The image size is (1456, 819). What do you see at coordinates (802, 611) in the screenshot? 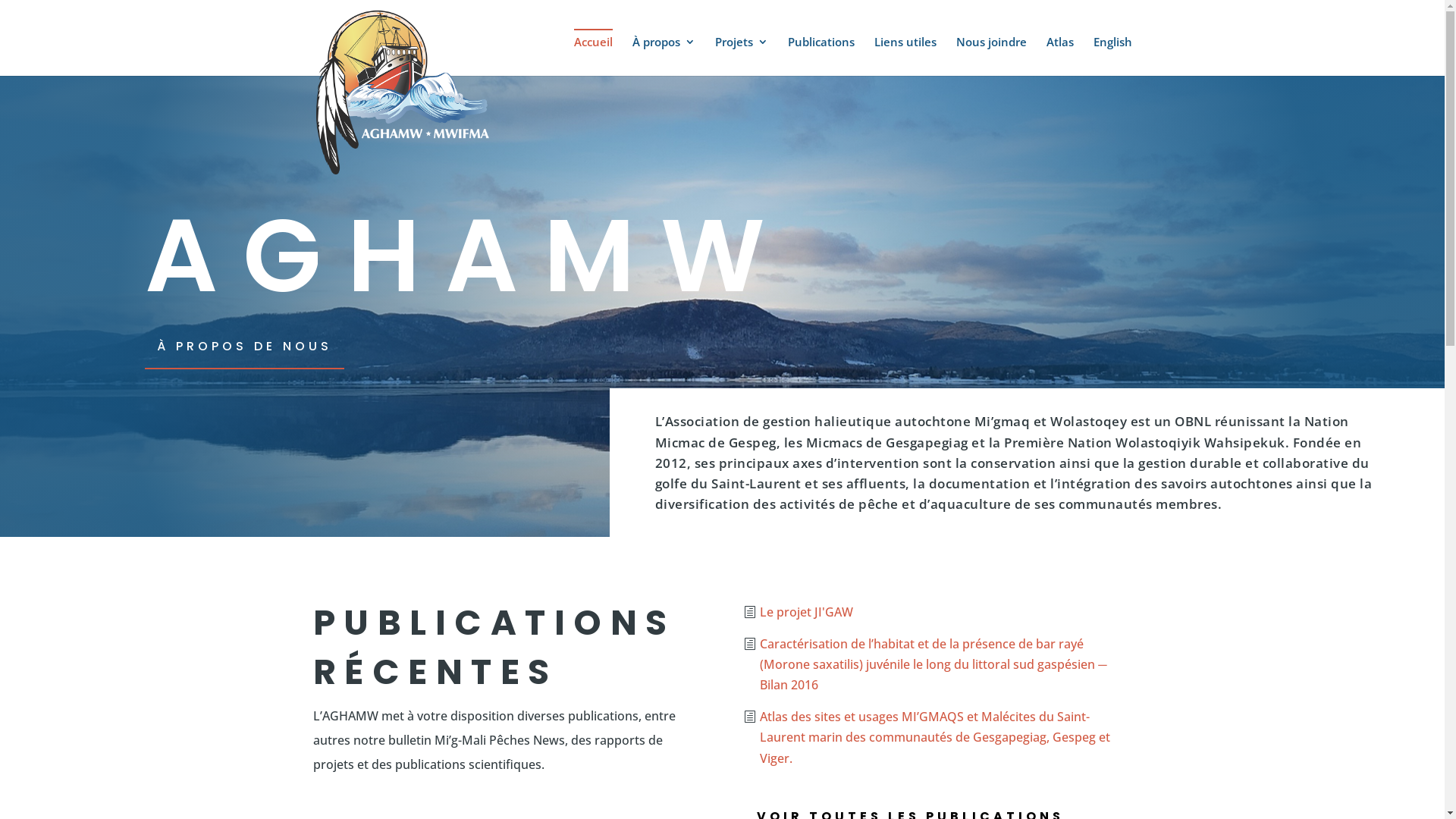
I see `'Le projet JI'GAW'` at bounding box center [802, 611].